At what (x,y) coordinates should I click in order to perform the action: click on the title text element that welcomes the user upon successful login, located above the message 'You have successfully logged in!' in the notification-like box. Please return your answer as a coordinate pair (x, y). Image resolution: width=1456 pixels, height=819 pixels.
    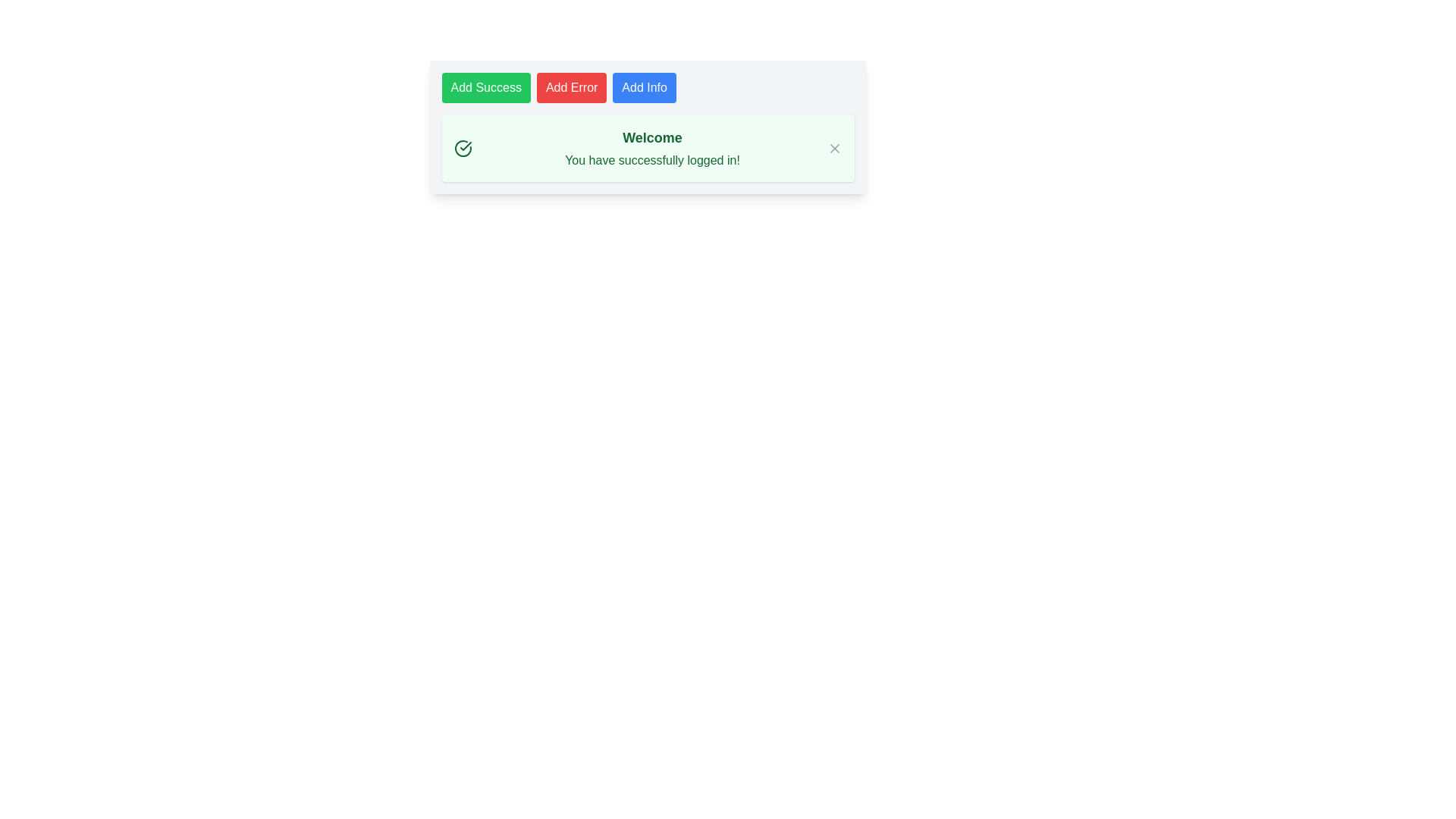
    Looking at the image, I should click on (652, 137).